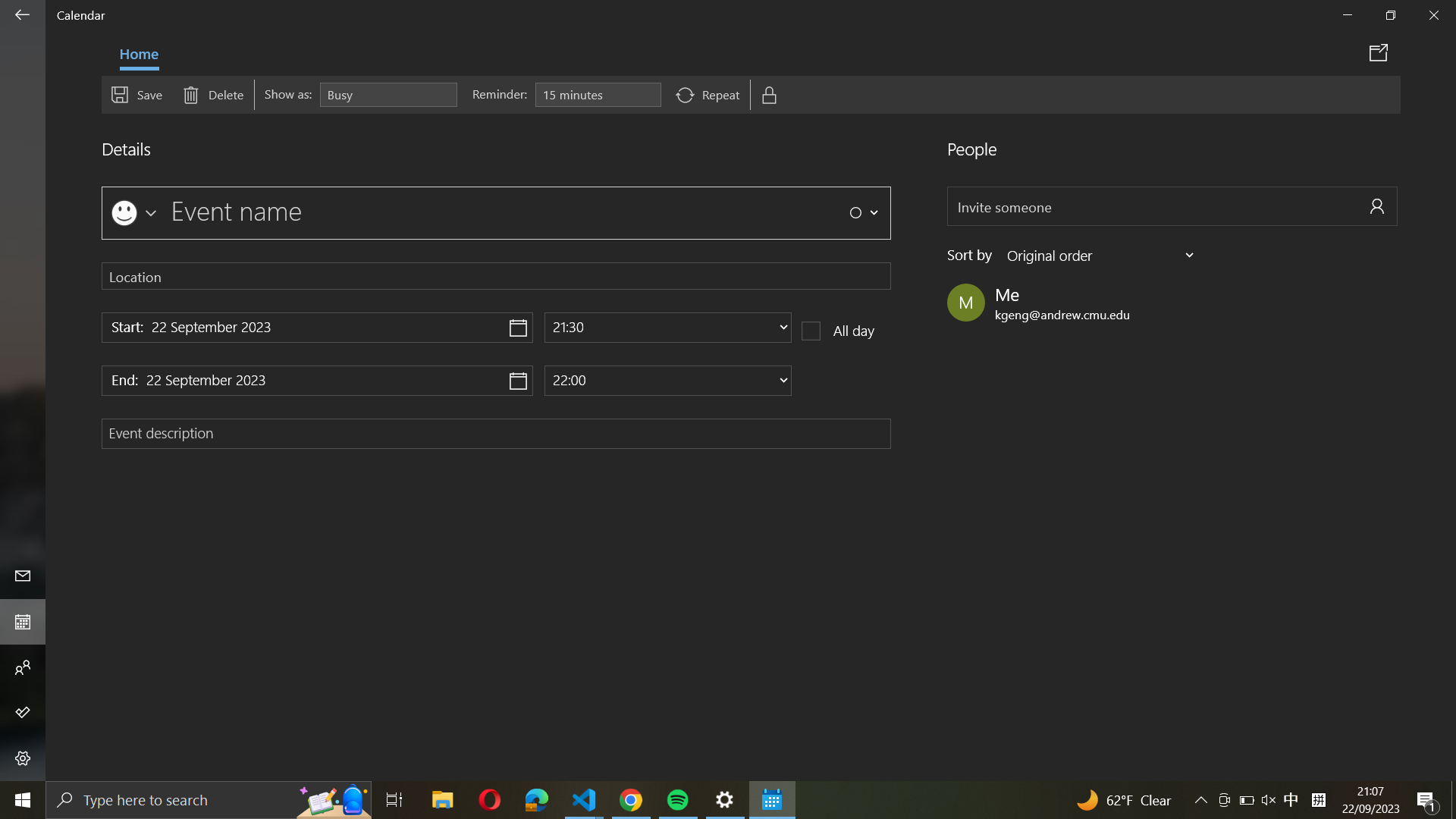 This screenshot has height=819, width=1456. I want to click on Establish "22 December 2020" as the start date for the event, so click(316, 327).